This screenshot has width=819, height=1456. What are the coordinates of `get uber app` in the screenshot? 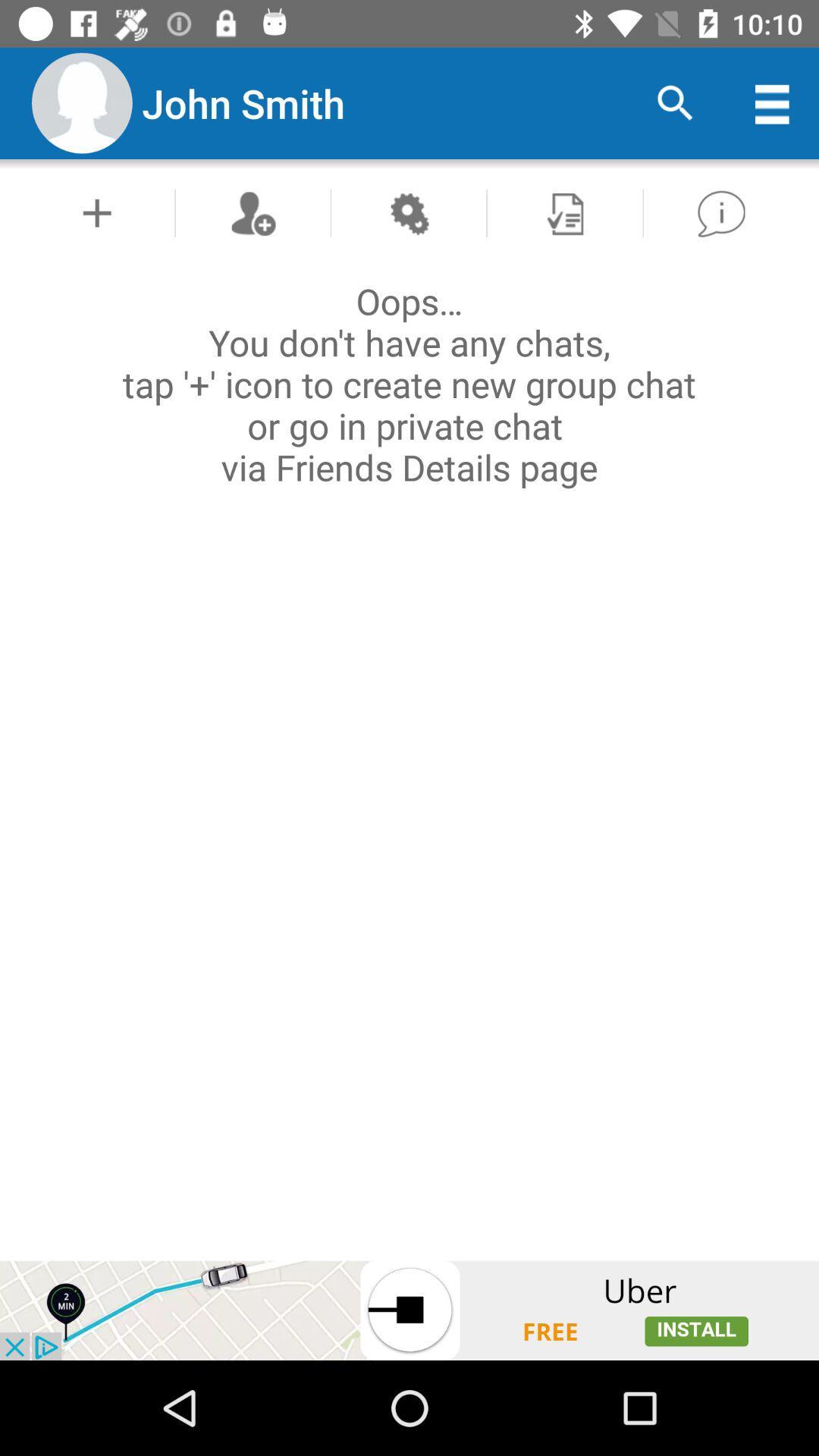 It's located at (409, 1310).